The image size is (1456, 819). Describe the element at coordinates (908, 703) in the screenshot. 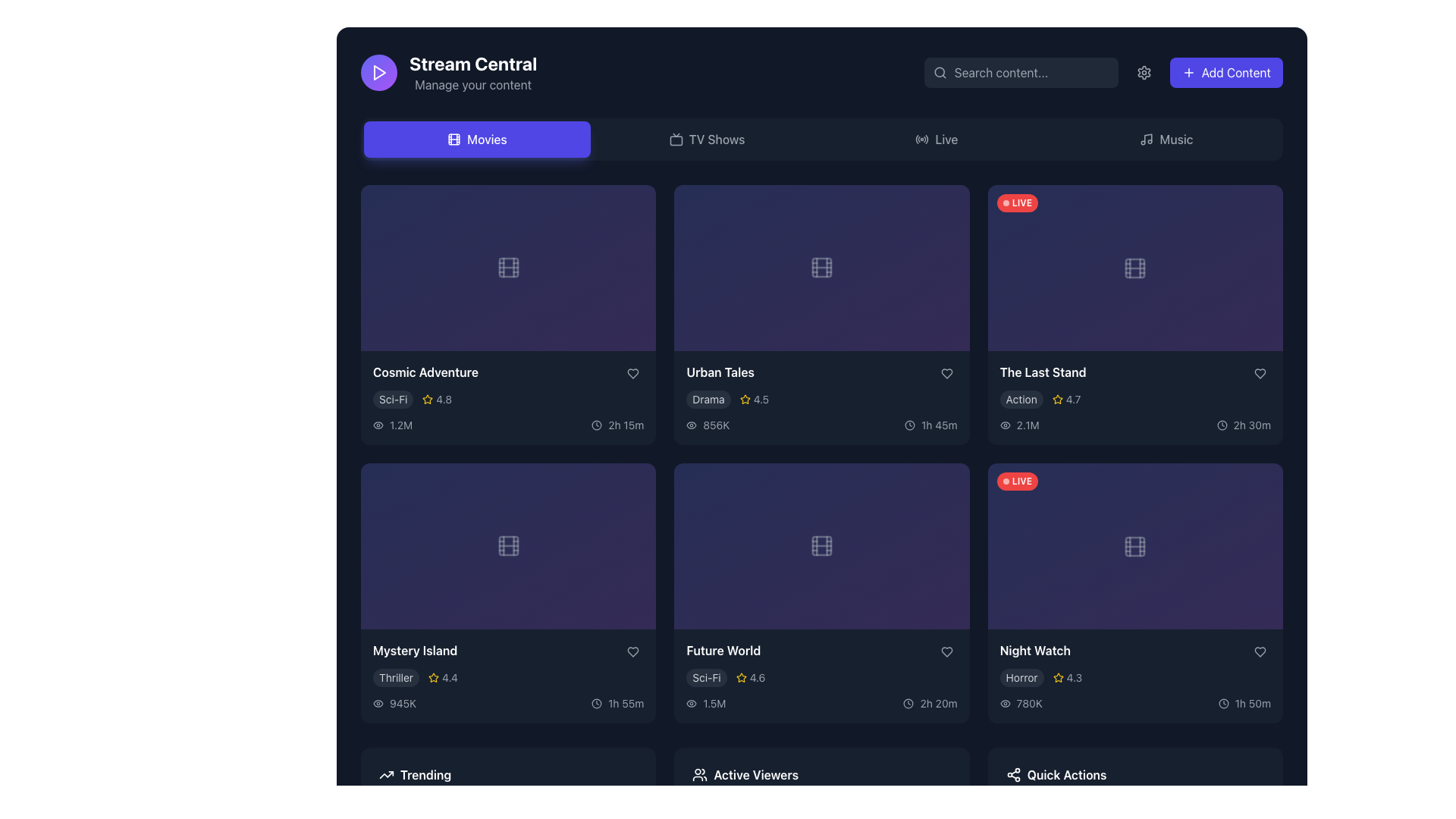

I see `the small circular clock icon with a black outline positioned next to the text '2h 20m' in the movie card for 'Future World'` at that location.